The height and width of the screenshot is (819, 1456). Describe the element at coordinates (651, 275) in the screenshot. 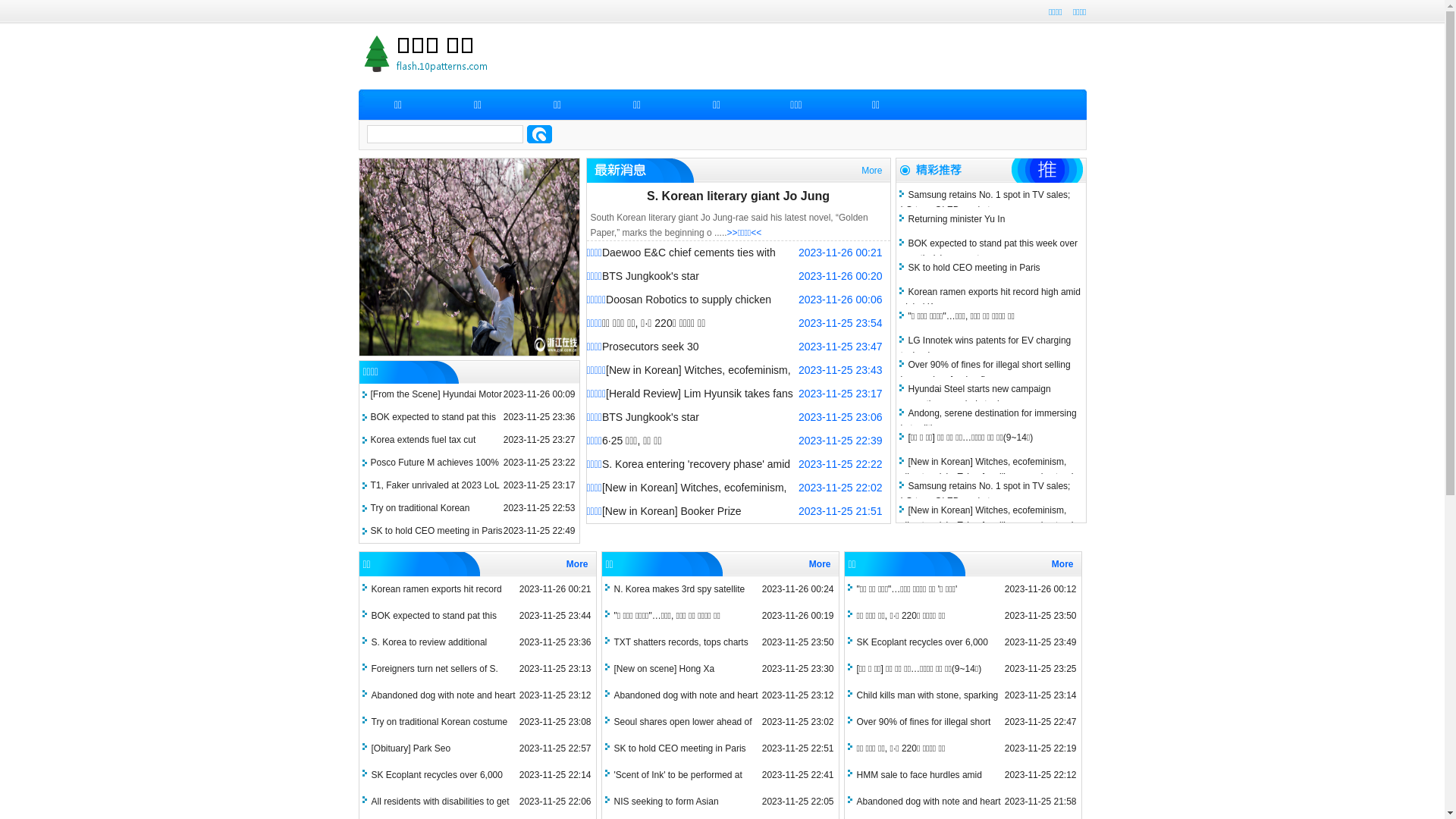

I see `'BTS Jungkook's star'` at that location.